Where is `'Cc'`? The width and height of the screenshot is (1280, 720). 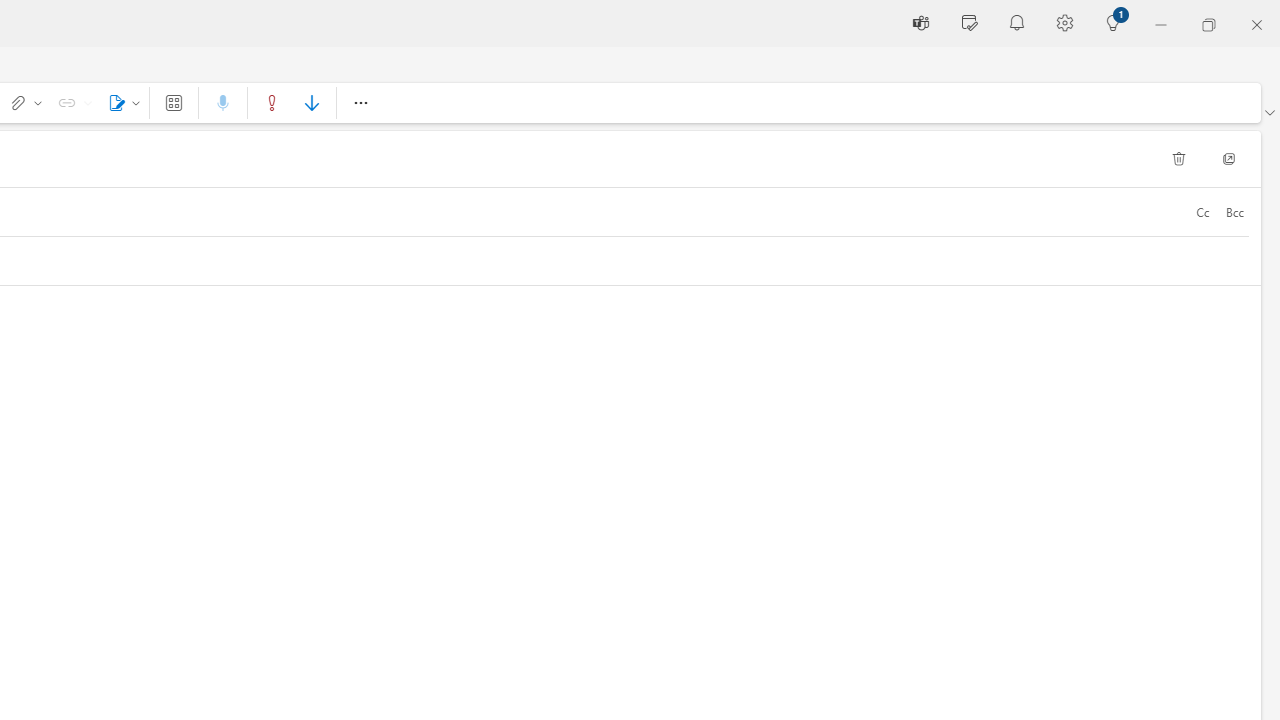 'Cc' is located at coordinates (1201, 212).